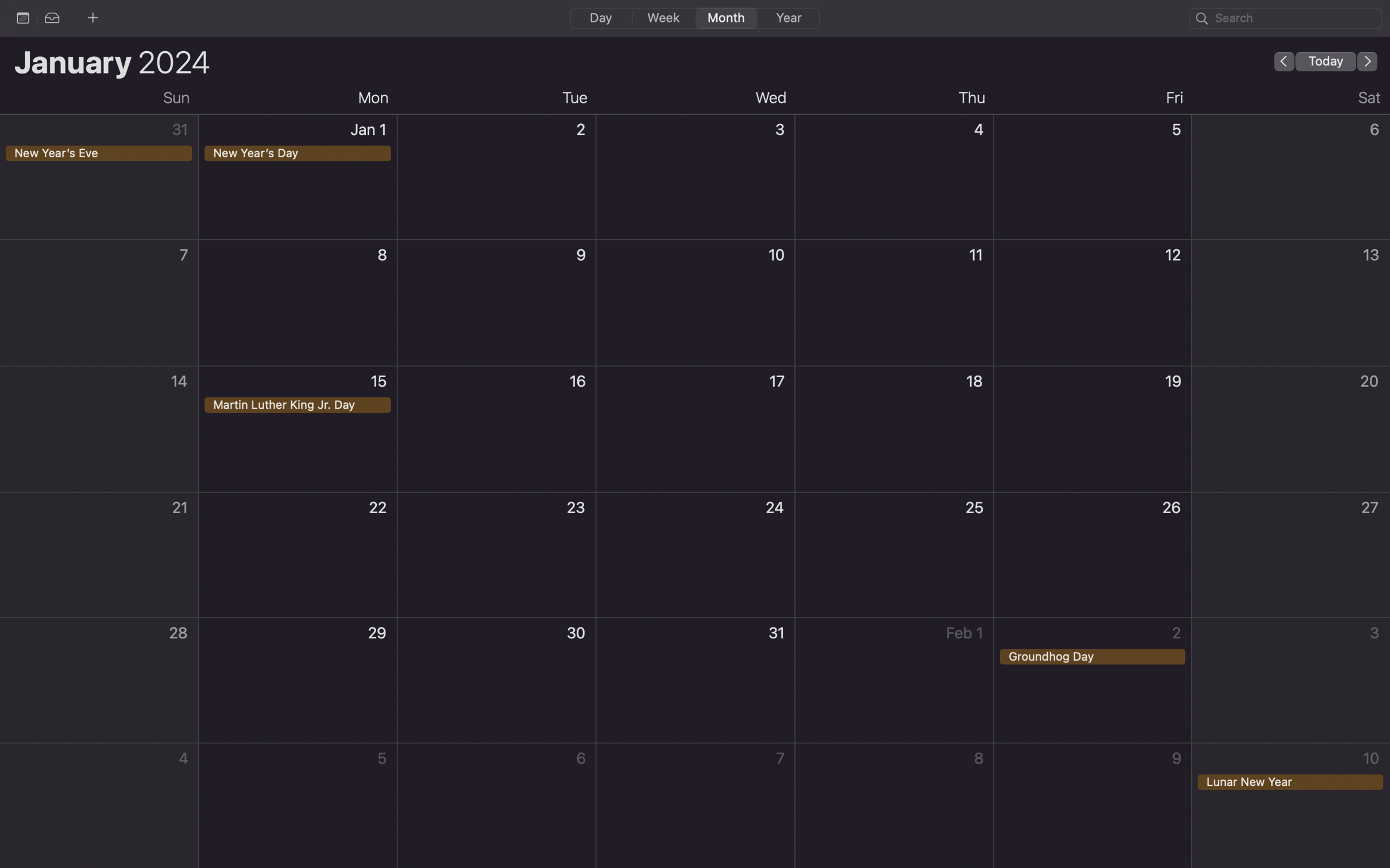  Describe the element at coordinates (724, 17) in the screenshot. I see `View the calendar in monthly format` at that location.